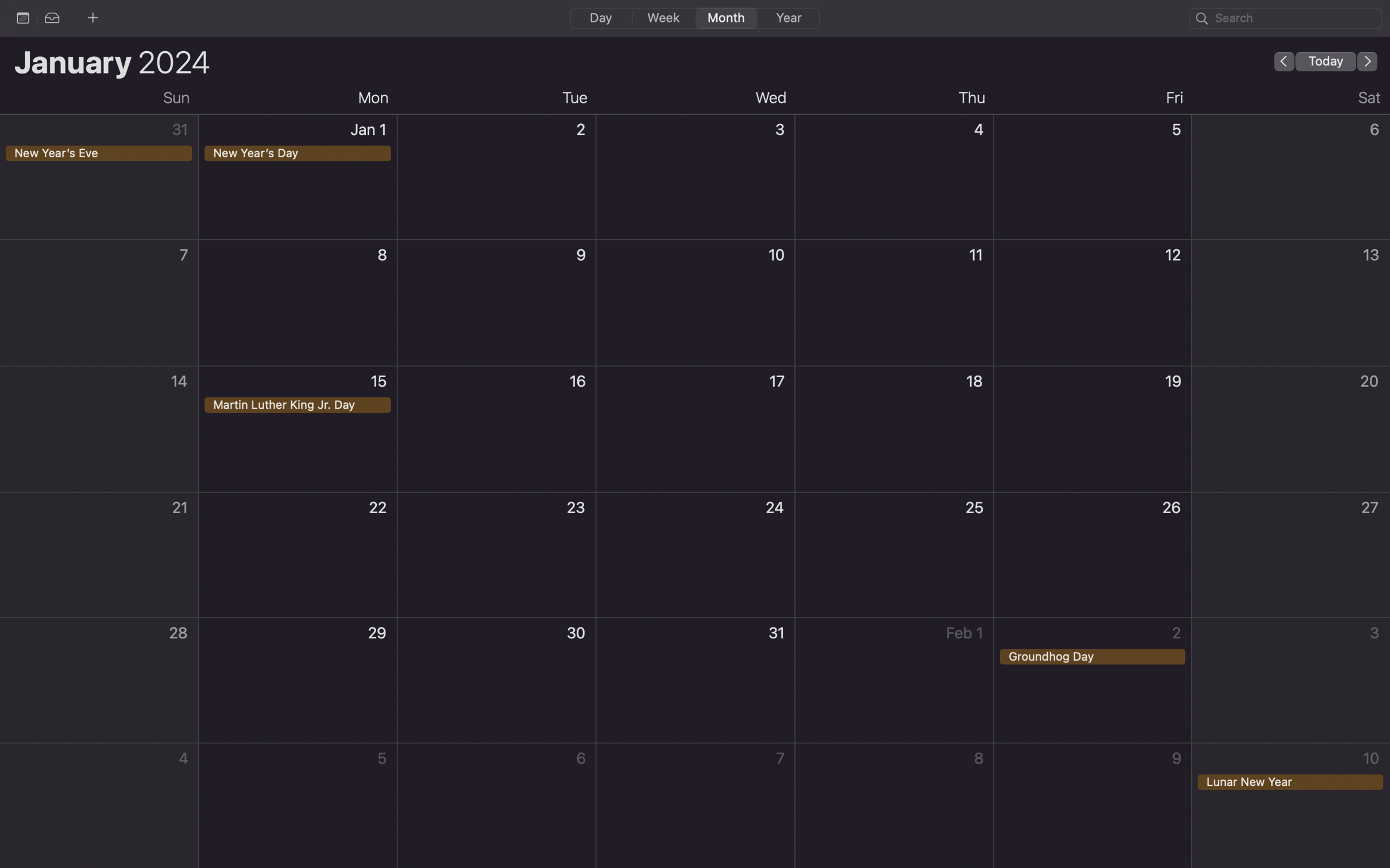  Describe the element at coordinates (724, 17) in the screenshot. I see `View the calendar in monthly format` at that location.